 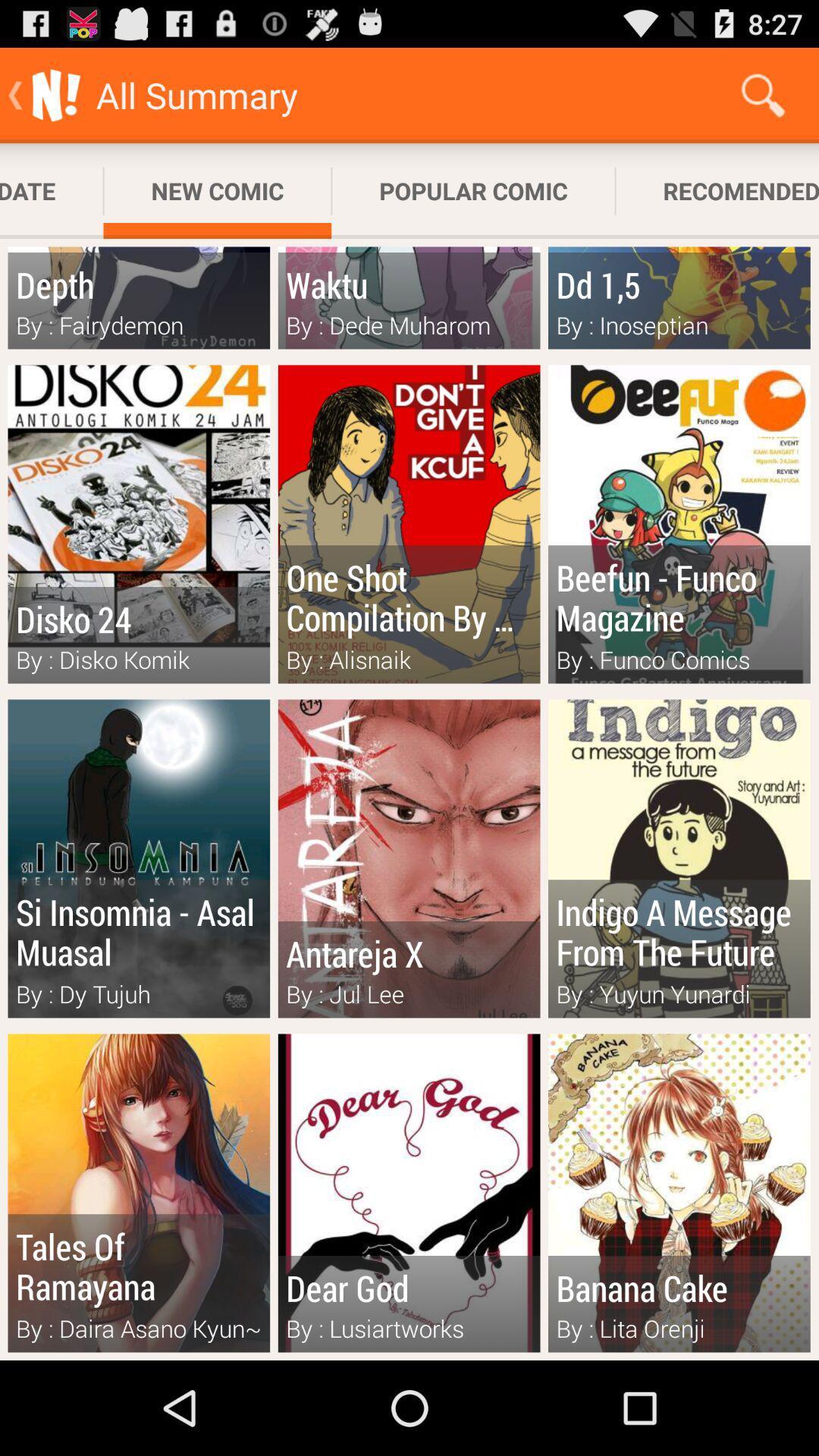 What do you see at coordinates (717, 190) in the screenshot?
I see `the recomended comic item` at bounding box center [717, 190].